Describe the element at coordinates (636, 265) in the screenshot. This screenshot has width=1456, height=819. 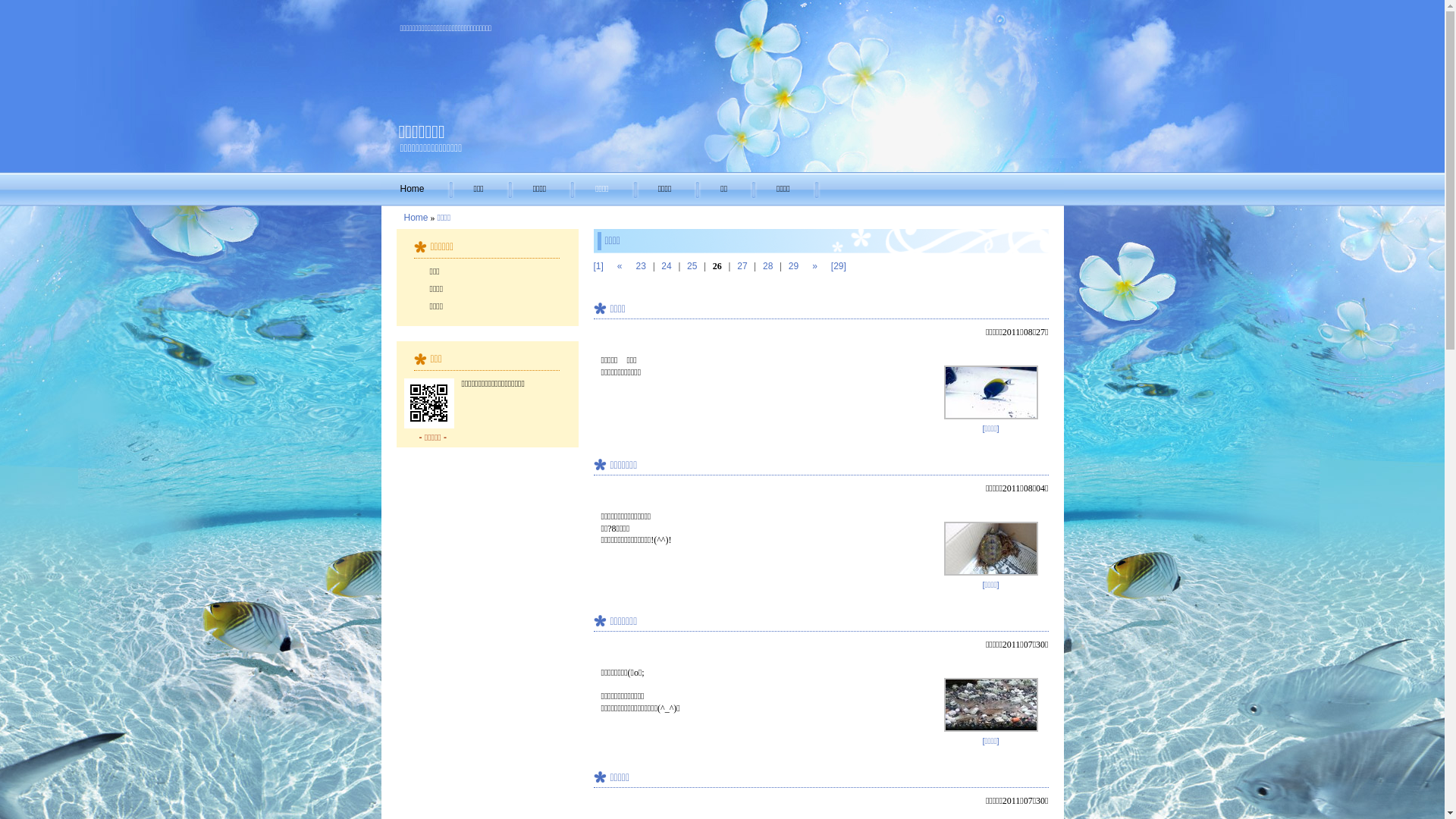
I see `'23'` at that location.